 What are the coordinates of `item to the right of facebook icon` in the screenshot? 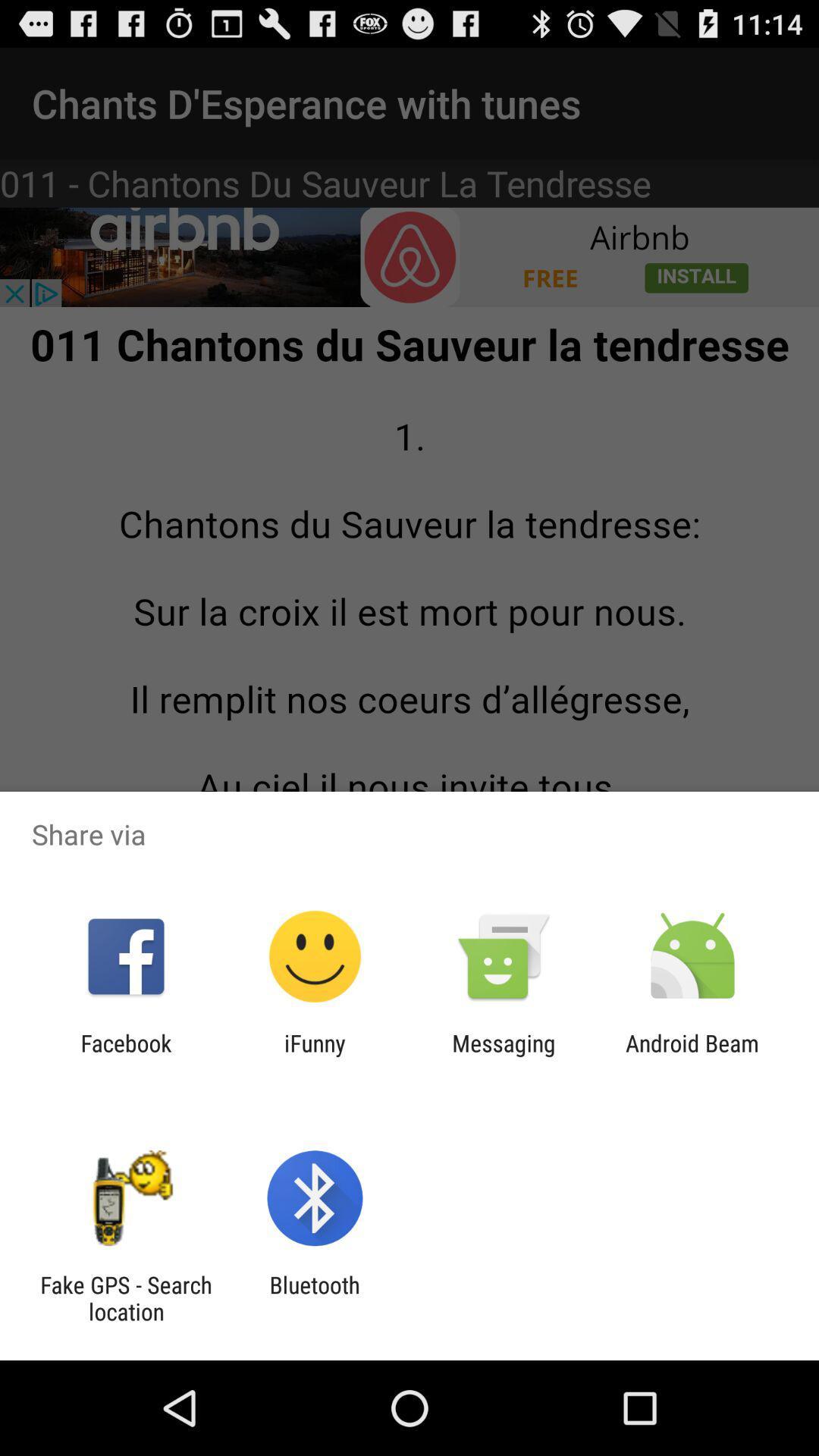 It's located at (314, 1056).